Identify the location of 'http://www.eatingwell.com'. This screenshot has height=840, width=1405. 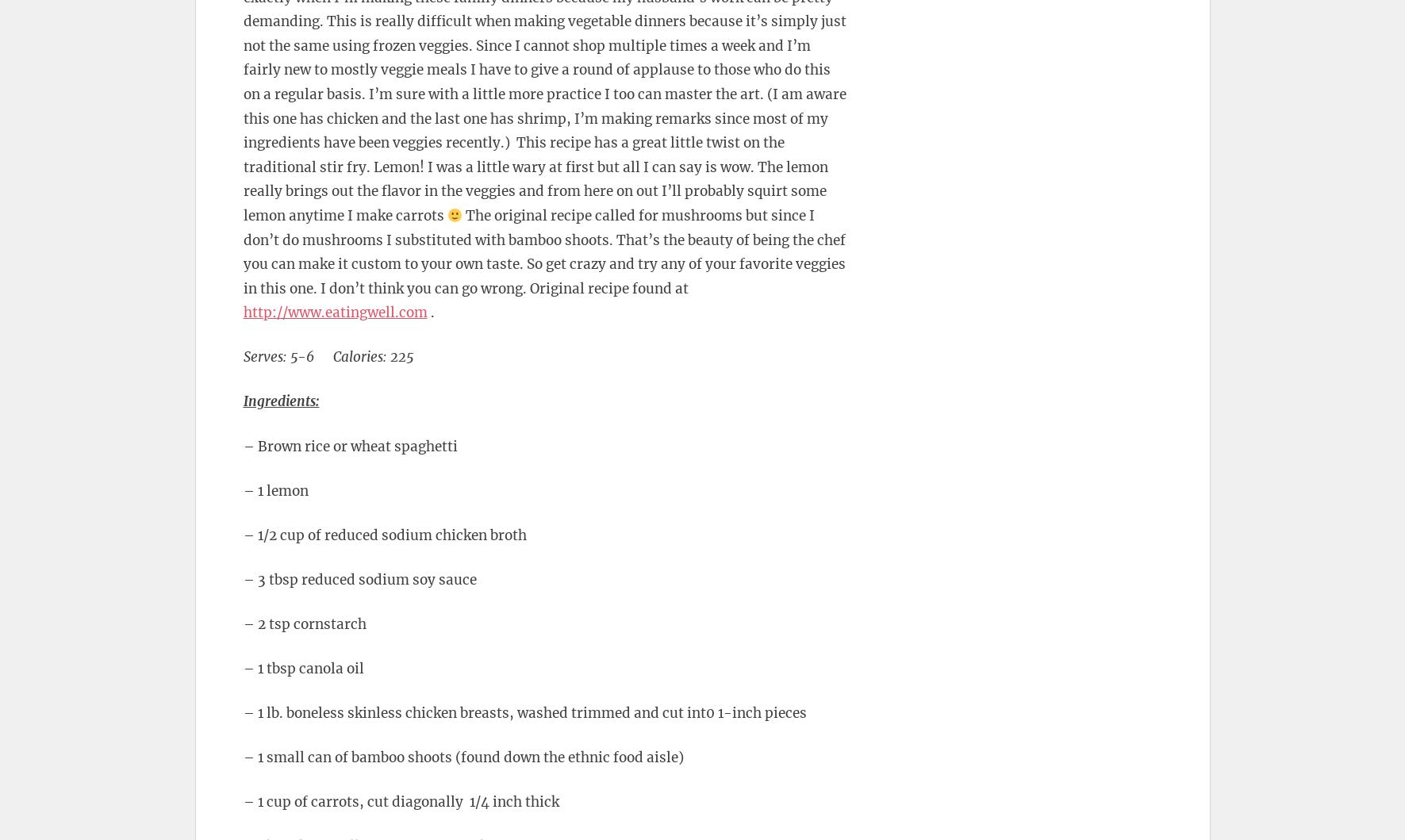
(335, 311).